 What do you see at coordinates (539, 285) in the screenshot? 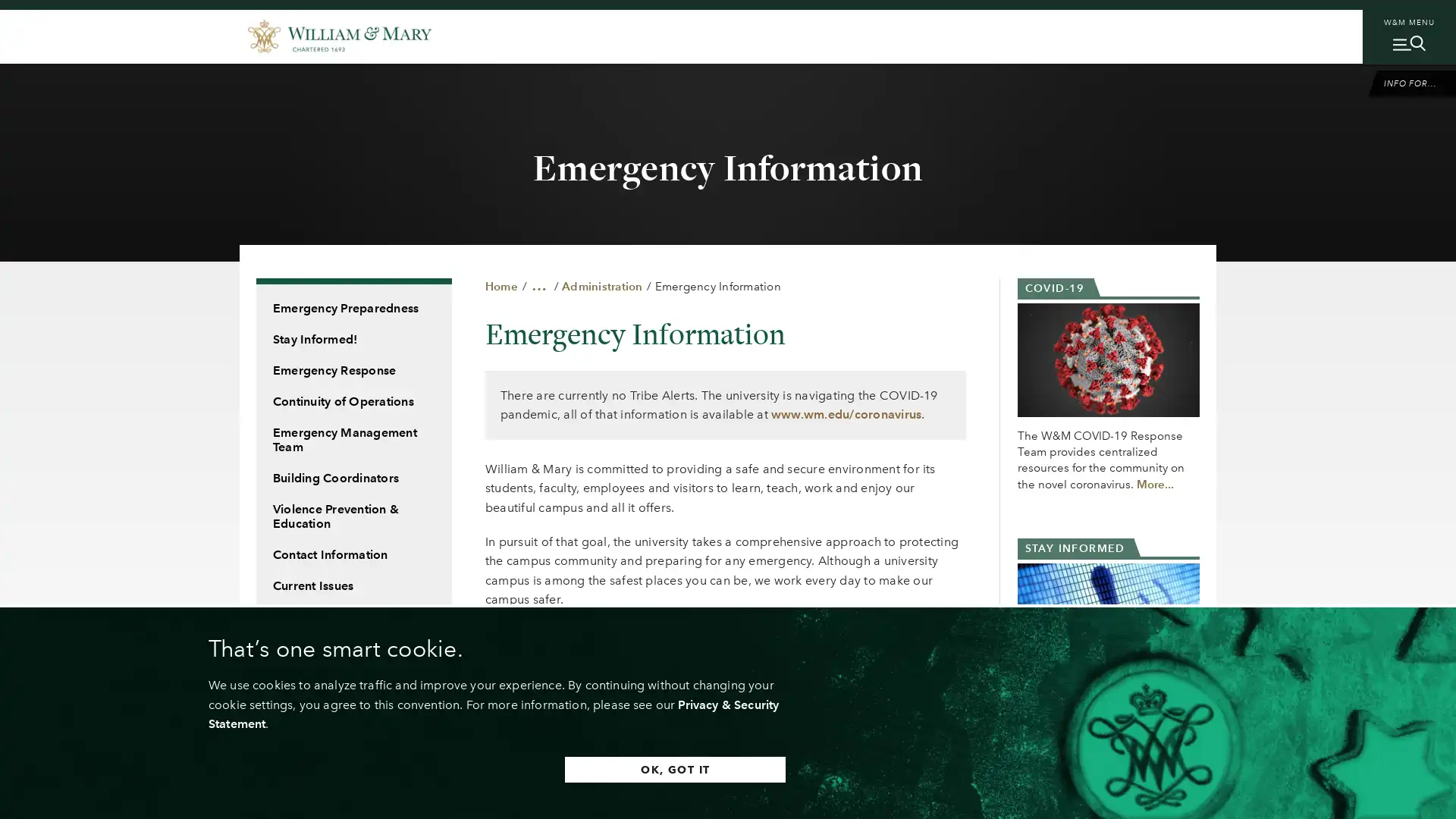
I see `...` at bounding box center [539, 285].